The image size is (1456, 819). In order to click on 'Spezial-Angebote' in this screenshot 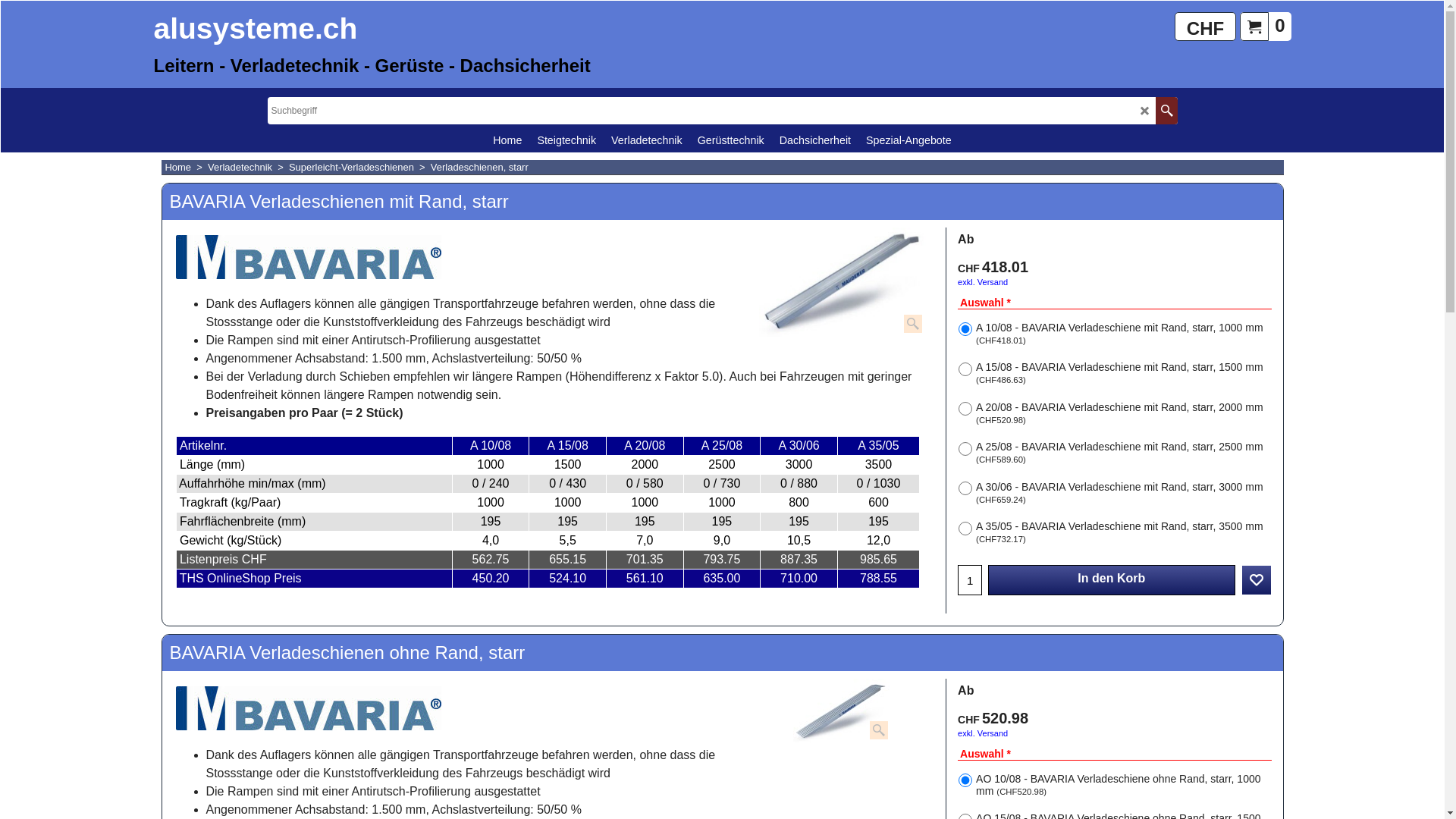, I will do `click(908, 140)`.